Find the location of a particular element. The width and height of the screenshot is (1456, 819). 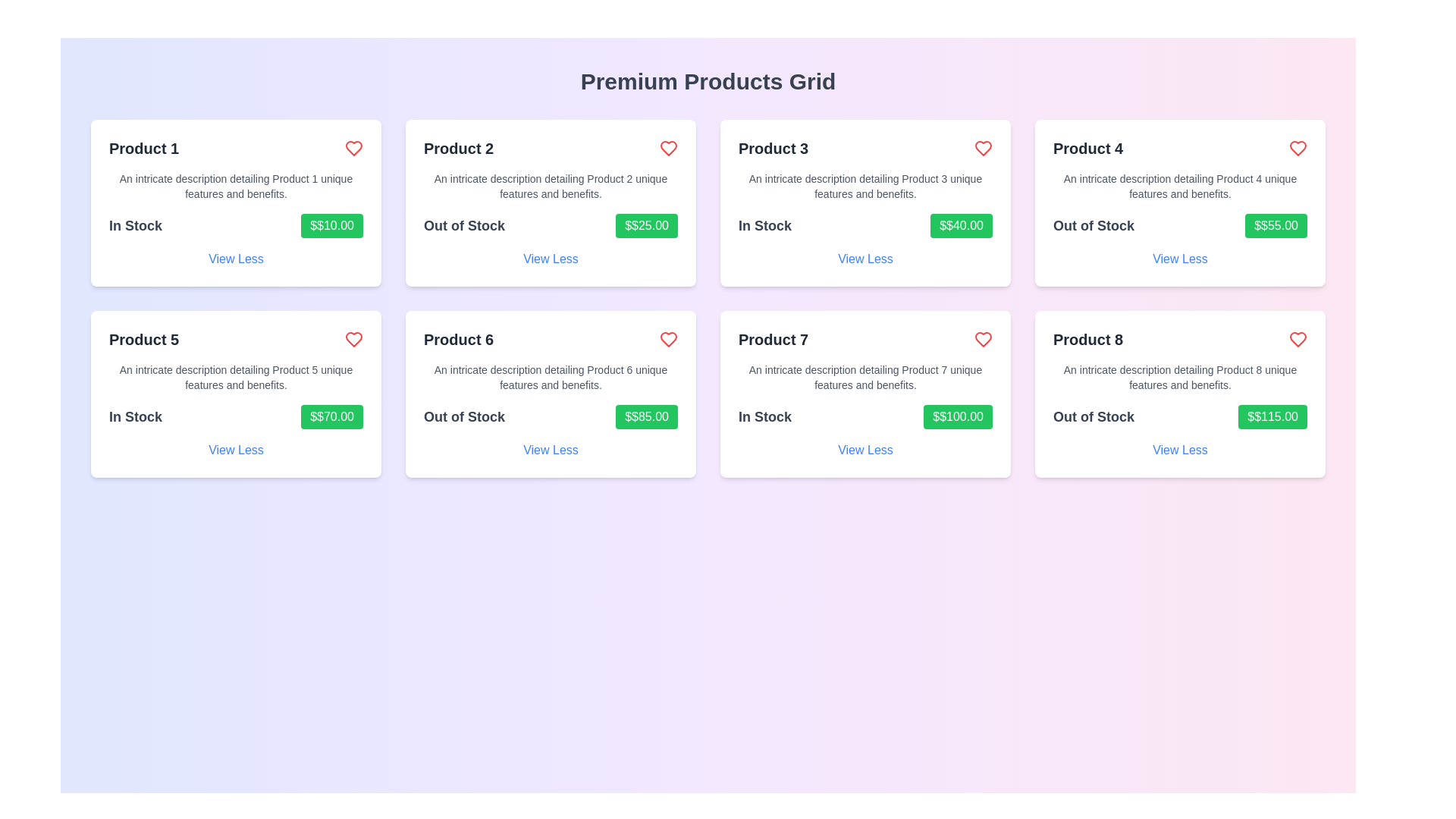

the price button located within the 'Product 5' card, under the 'In Stock' label is located at coordinates (331, 417).